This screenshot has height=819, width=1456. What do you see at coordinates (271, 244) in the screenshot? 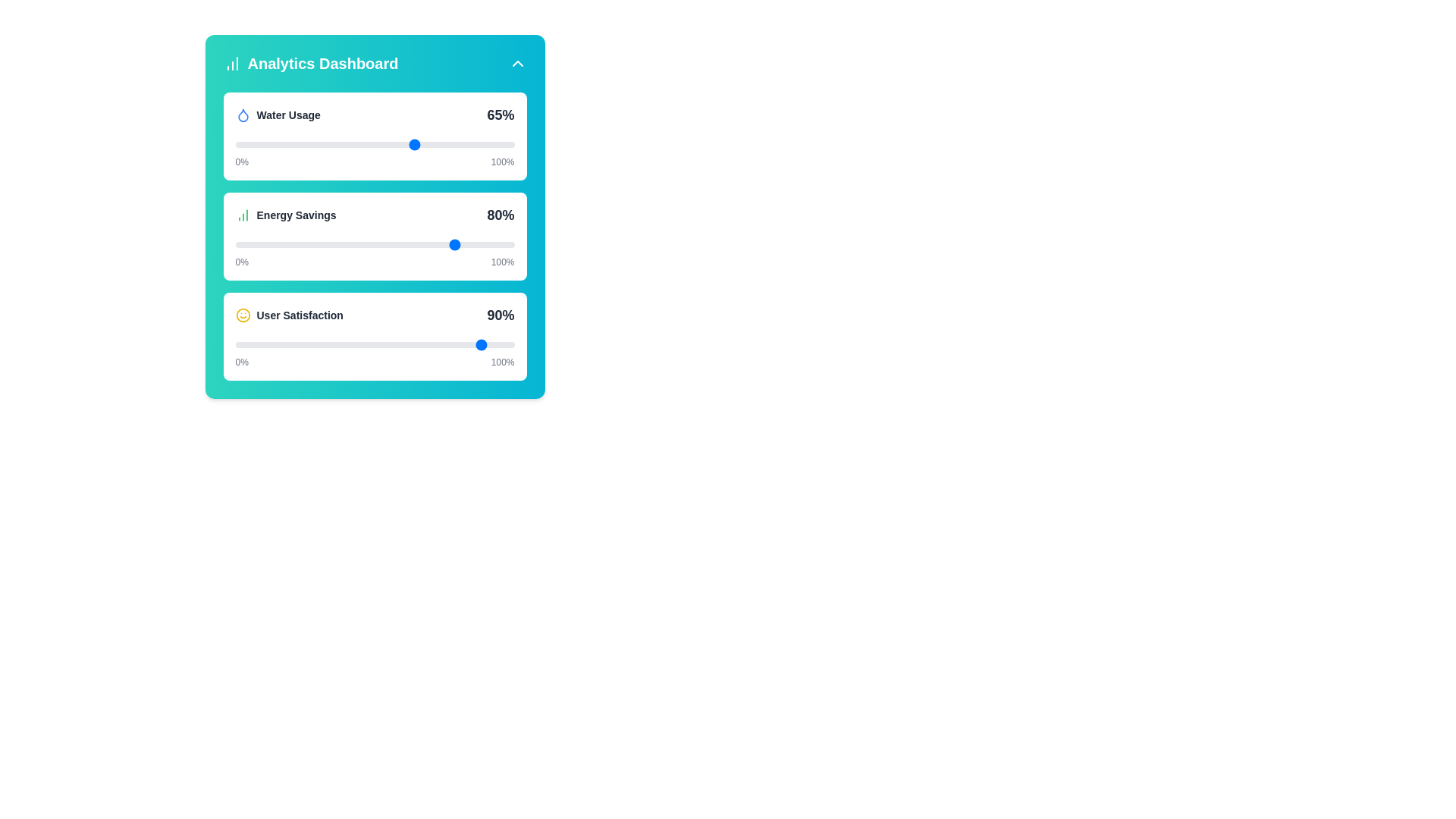
I see `energy savings` at bounding box center [271, 244].